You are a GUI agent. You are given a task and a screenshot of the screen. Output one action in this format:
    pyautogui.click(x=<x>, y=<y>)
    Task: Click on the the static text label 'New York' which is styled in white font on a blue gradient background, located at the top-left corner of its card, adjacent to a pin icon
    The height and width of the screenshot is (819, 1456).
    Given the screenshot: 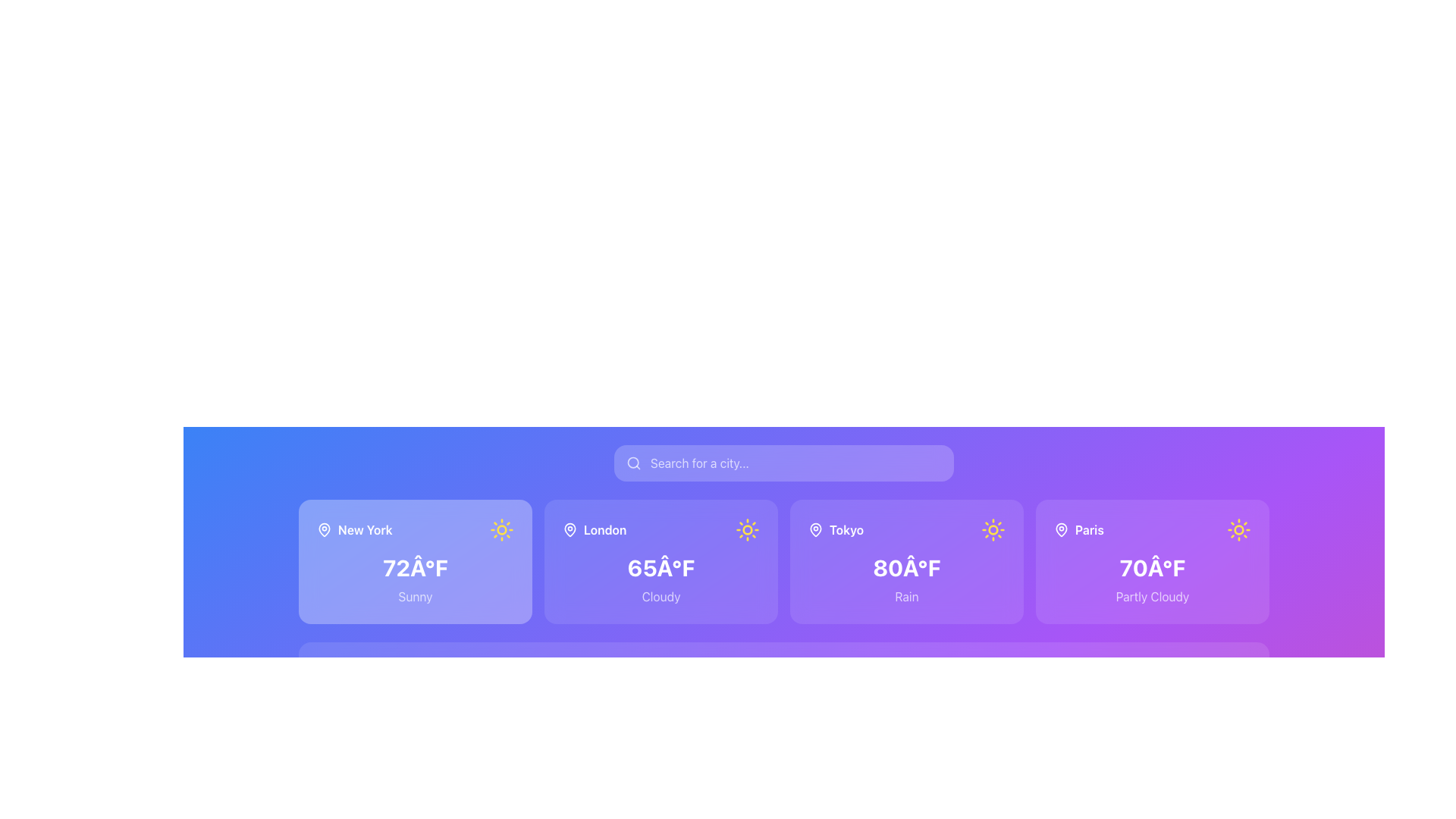 What is the action you would take?
    pyautogui.click(x=365, y=529)
    